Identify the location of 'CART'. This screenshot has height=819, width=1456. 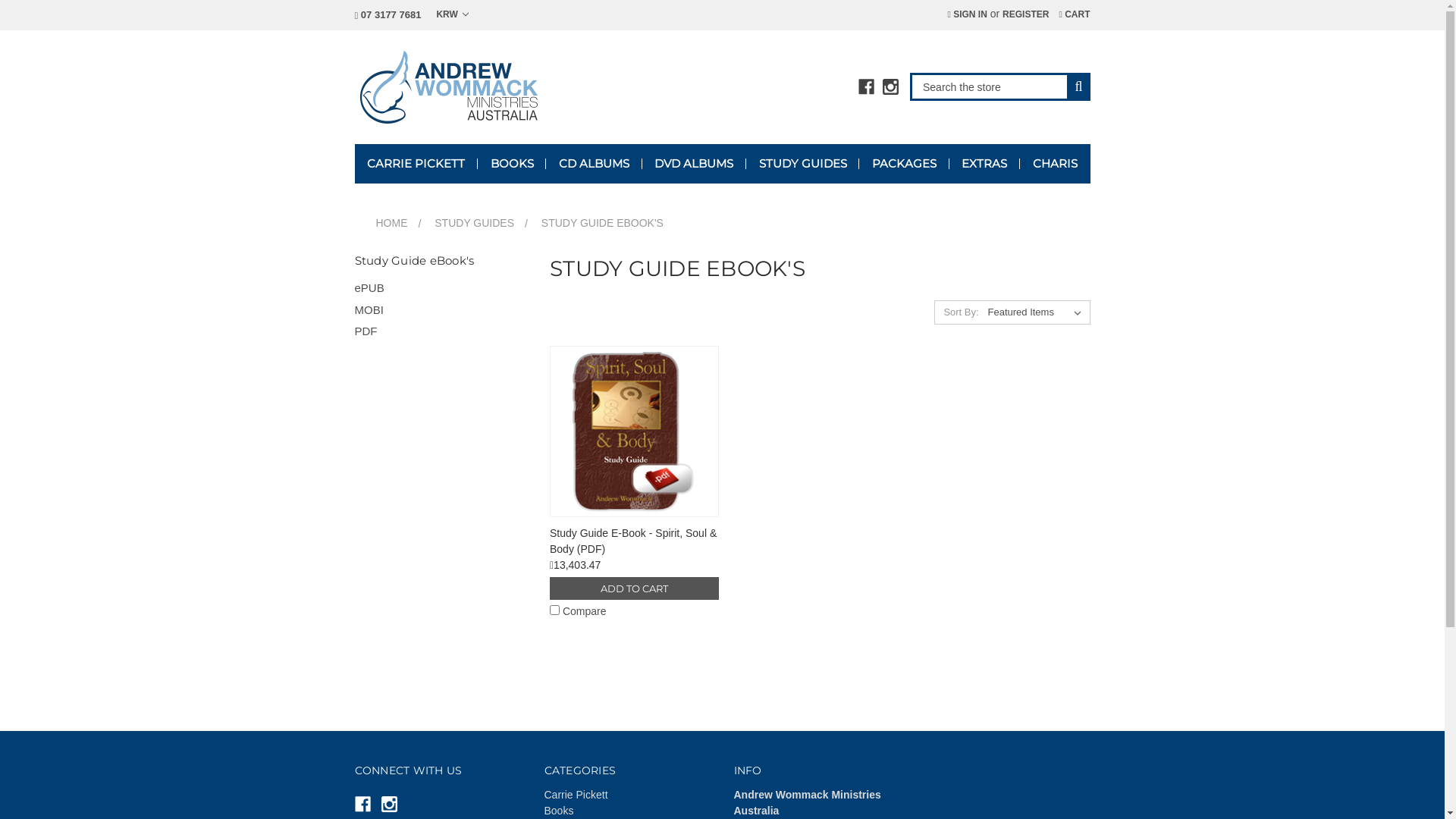
(1073, 14).